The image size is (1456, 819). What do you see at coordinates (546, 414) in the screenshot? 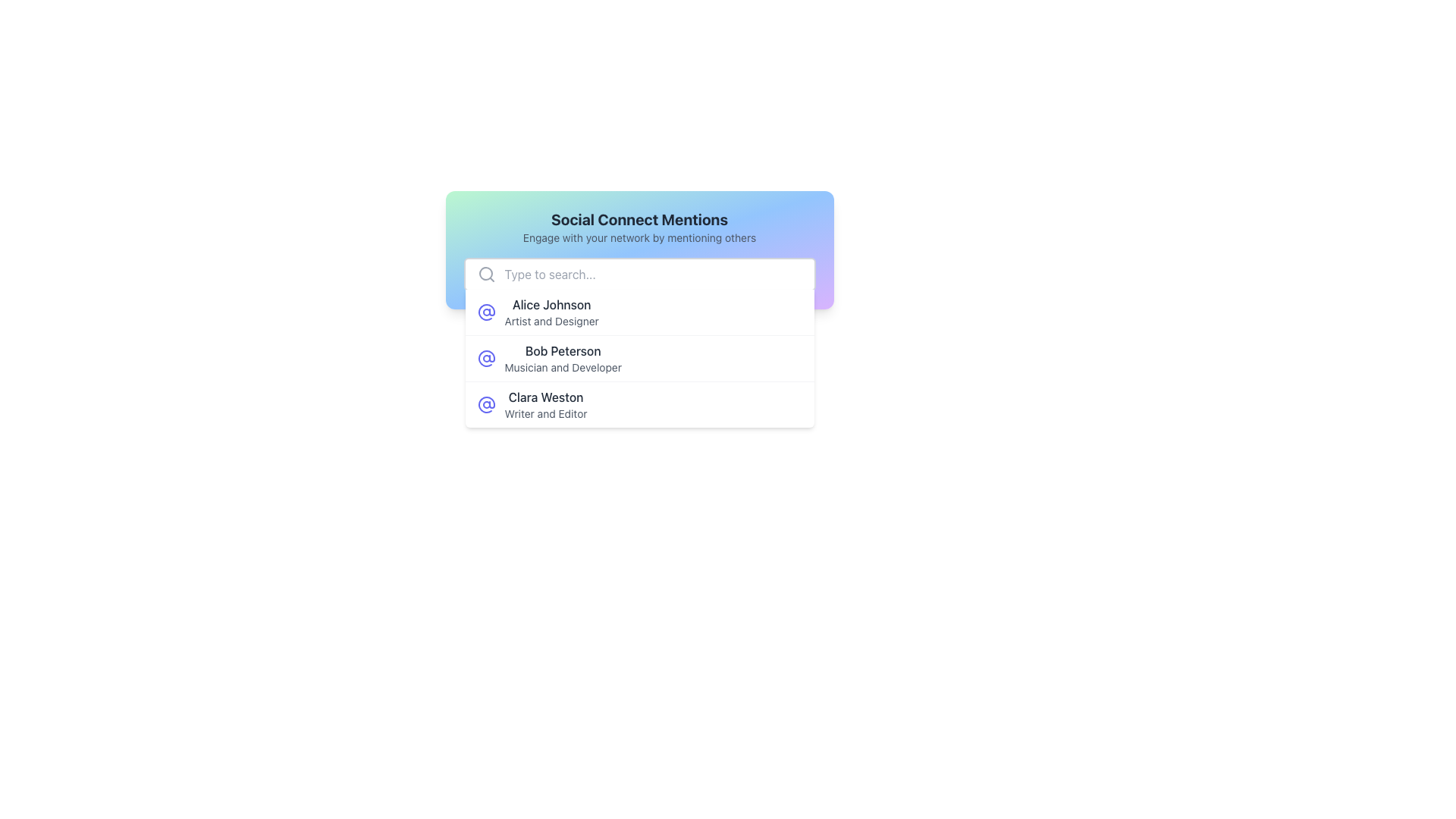
I see `the text label element displaying 'Writer and Editor', which is styled in a gray font and positioned below 'Clara Weston' in the user profile dropdown menu` at bounding box center [546, 414].